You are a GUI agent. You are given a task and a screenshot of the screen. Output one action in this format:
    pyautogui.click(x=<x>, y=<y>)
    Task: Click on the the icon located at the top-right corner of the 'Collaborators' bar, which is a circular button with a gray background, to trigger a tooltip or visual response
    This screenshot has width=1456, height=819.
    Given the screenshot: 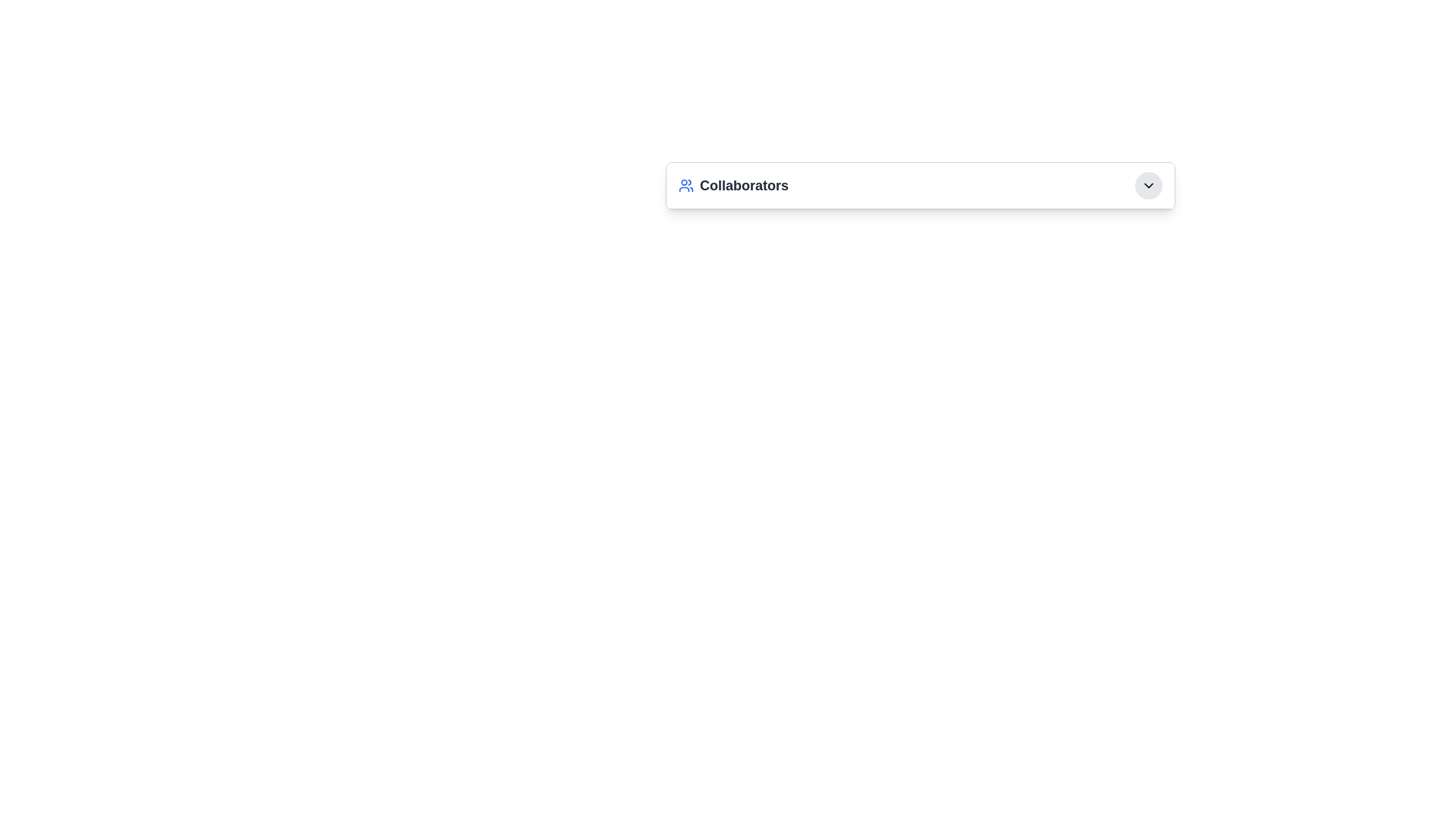 What is the action you would take?
    pyautogui.click(x=1149, y=185)
    